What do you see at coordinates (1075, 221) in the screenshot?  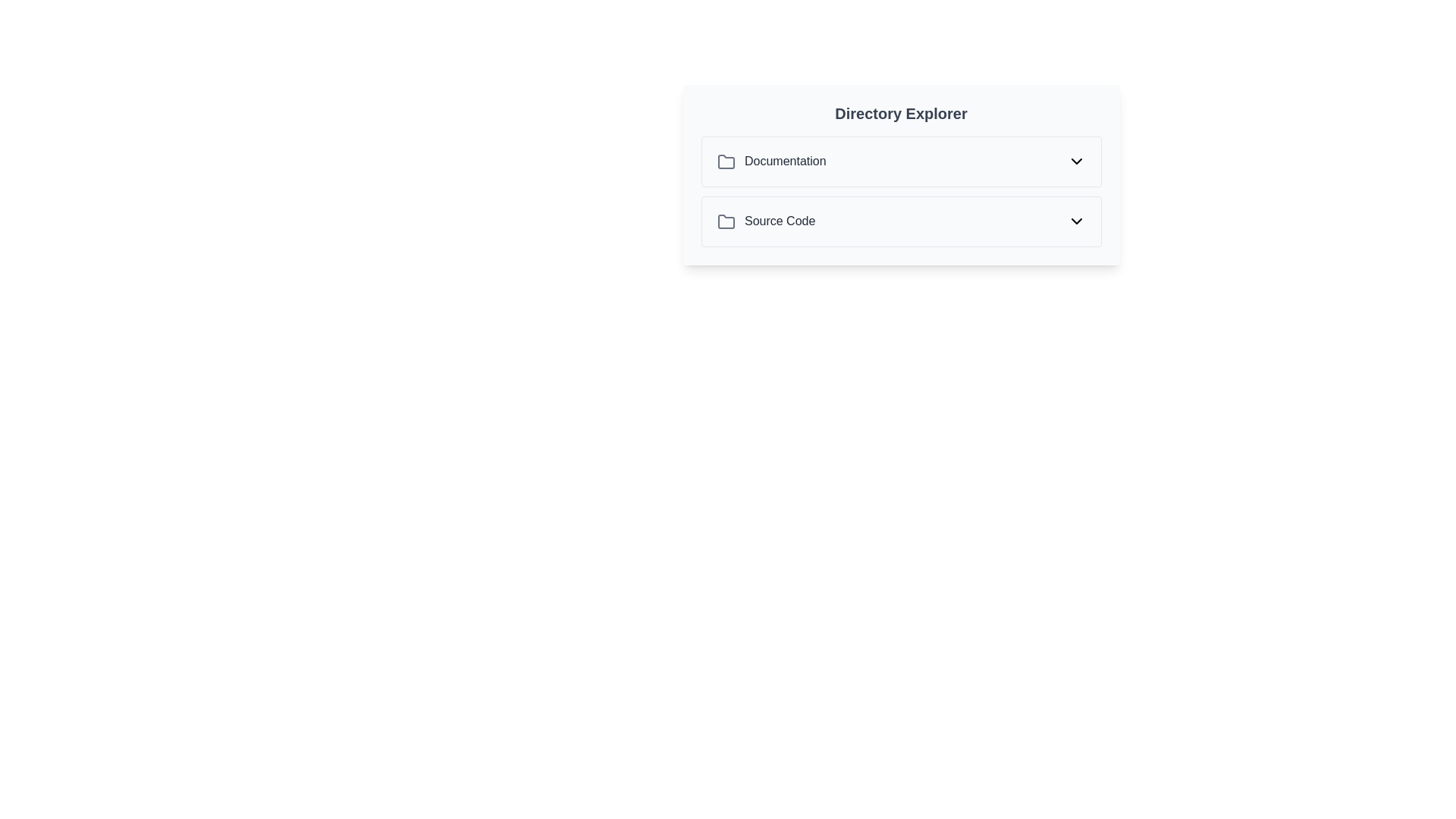 I see `the icon located on the right side of the 'Source Code' row in the 'Directory Explorer'` at bounding box center [1075, 221].